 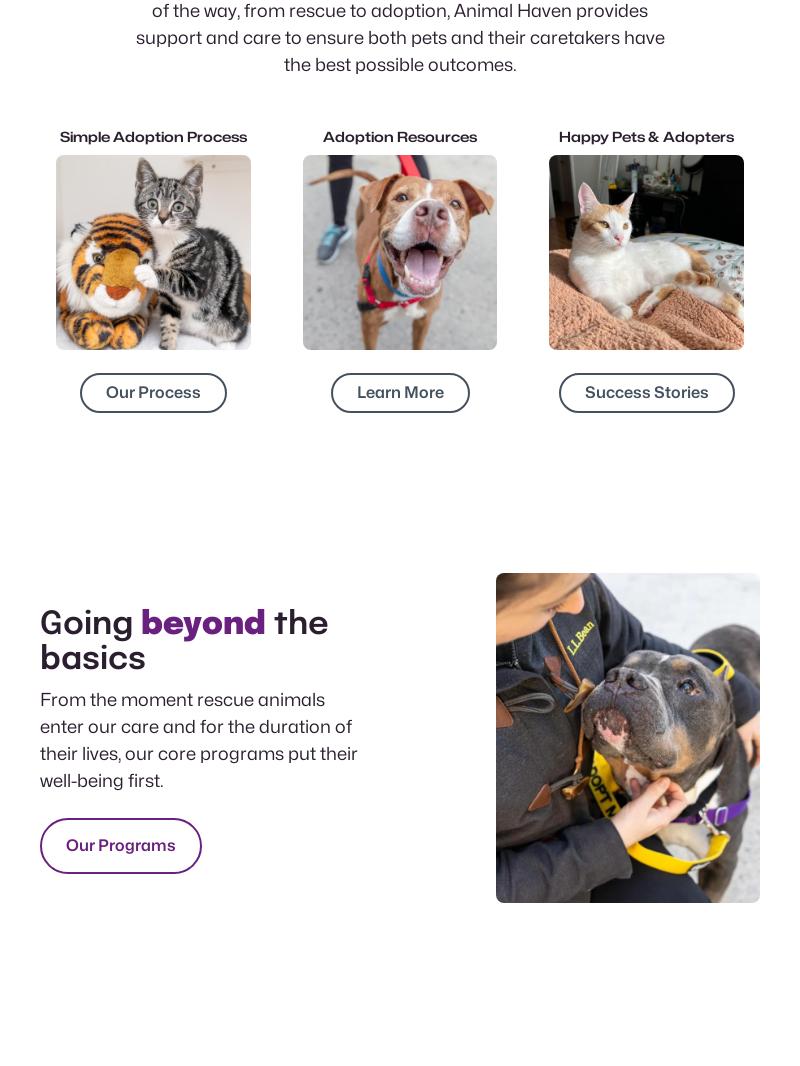 I want to click on 'From the moment rescue animals enter our care and for the duration of their
lives, our core programs put their well-being first.', so click(x=39, y=739).